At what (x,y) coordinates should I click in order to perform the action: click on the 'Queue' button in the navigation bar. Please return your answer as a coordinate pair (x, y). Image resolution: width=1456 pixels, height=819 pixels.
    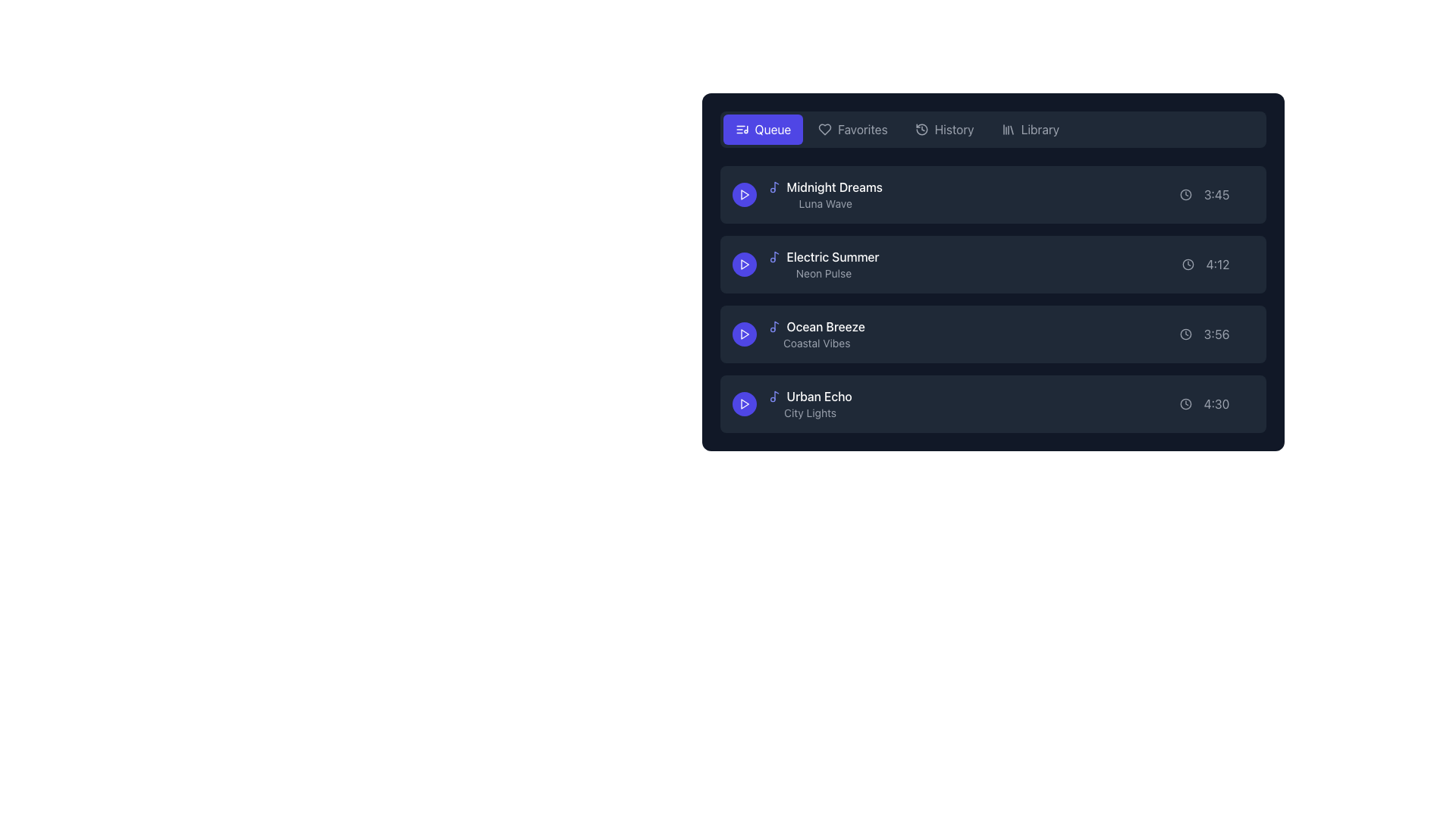
    Looking at the image, I should click on (993, 128).